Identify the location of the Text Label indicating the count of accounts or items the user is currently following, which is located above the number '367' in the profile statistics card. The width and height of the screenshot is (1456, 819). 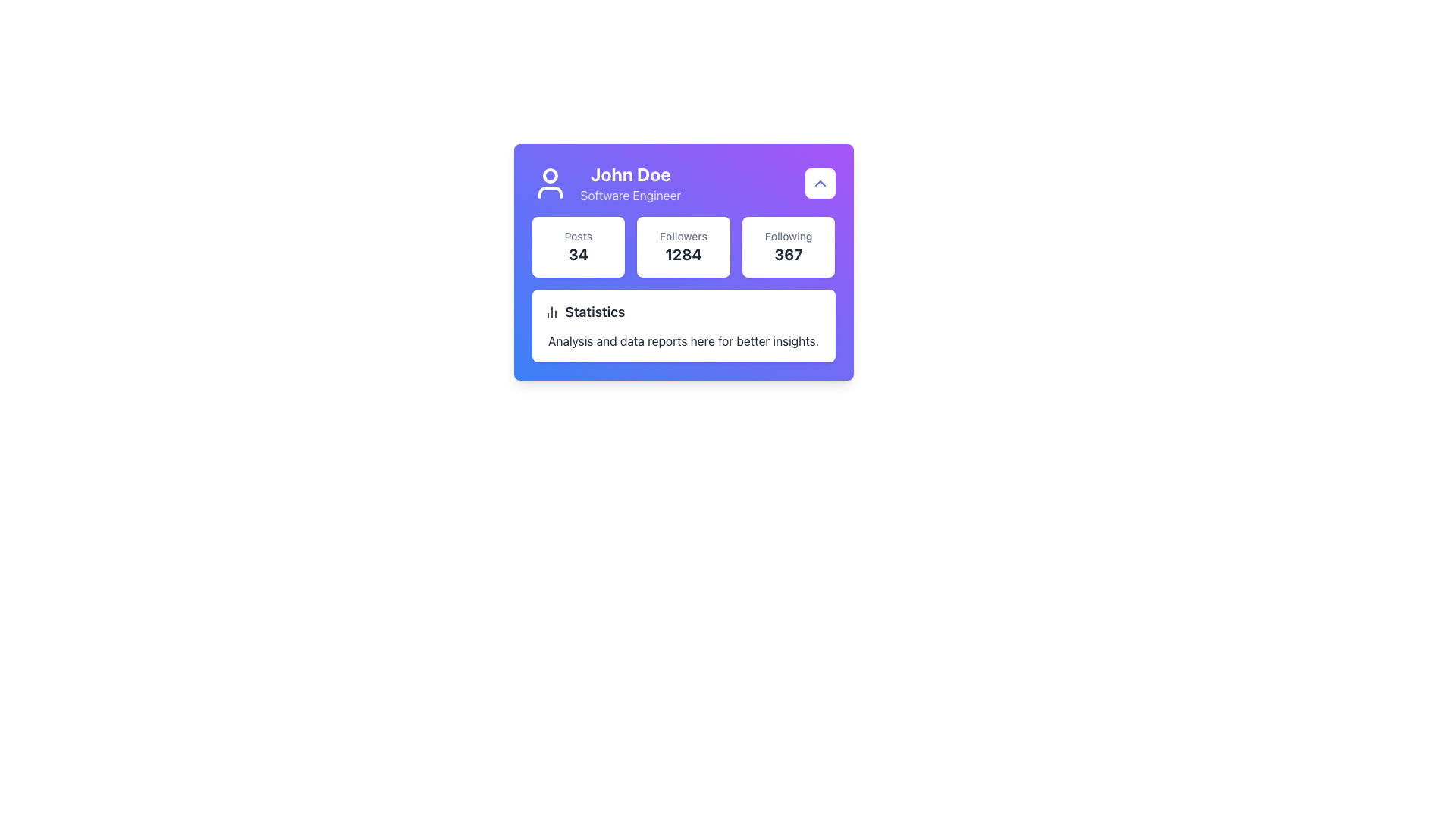
(789, 237).